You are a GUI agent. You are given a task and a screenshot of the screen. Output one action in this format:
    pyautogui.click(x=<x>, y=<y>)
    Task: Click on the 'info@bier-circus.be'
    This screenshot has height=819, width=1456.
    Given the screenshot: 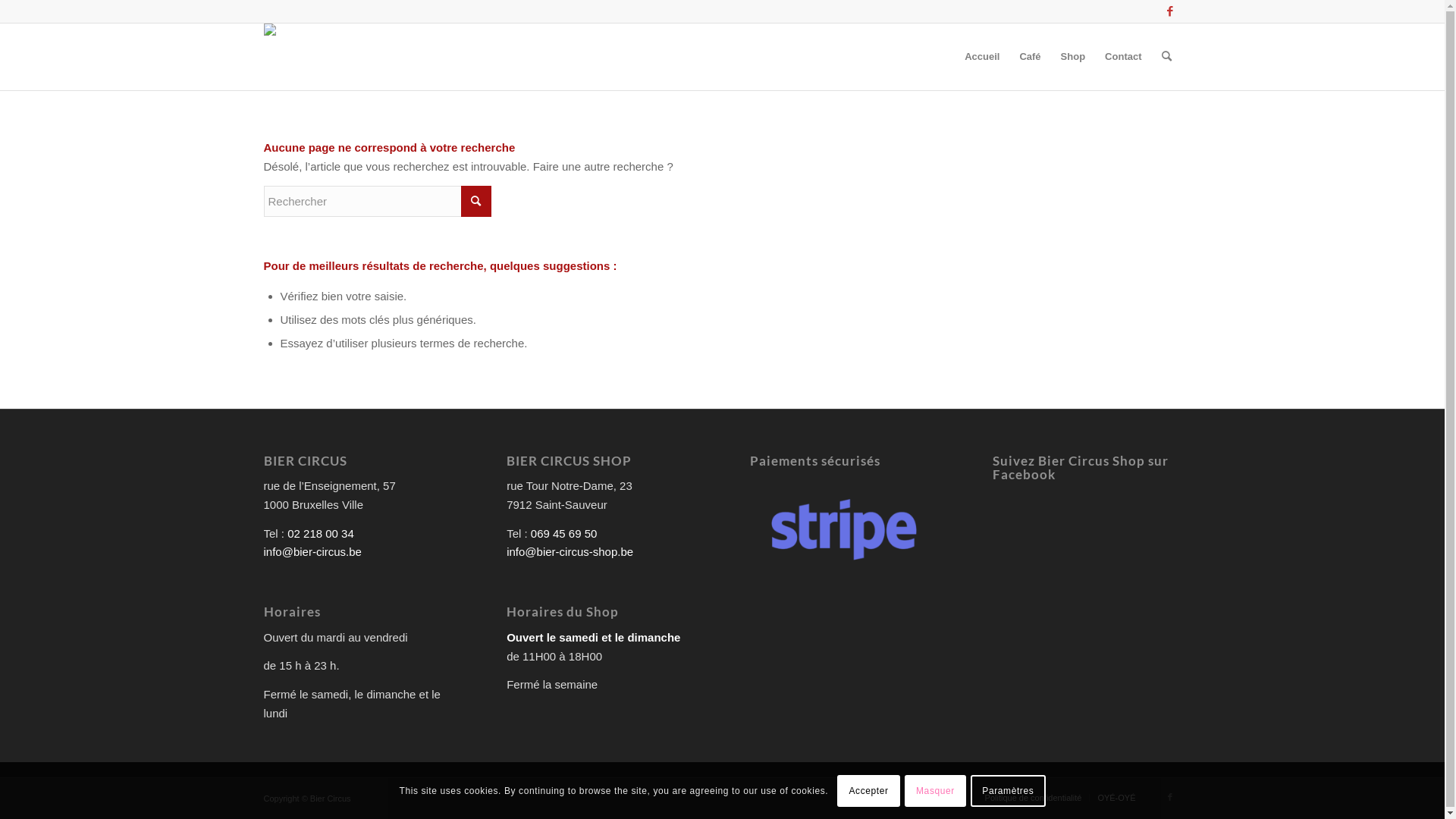 What is the action you would take?
    pyautogui.click(x=312, y=551)
    